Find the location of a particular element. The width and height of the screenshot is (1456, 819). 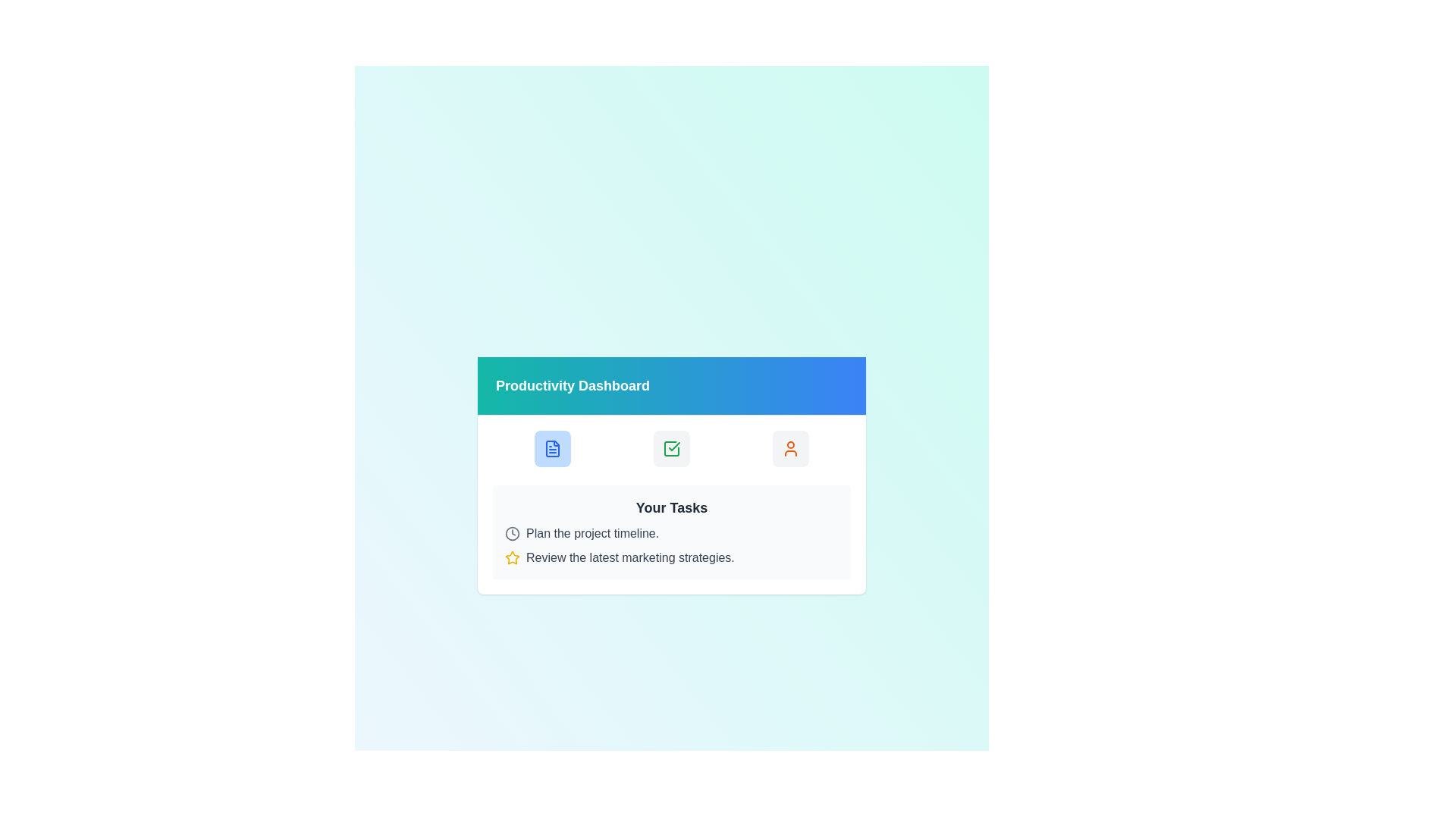

the second button of the Menu Bar, which is located below the 'Productivity Dashboard' header and features a checkmark icon is located at coordinates (671, 447).